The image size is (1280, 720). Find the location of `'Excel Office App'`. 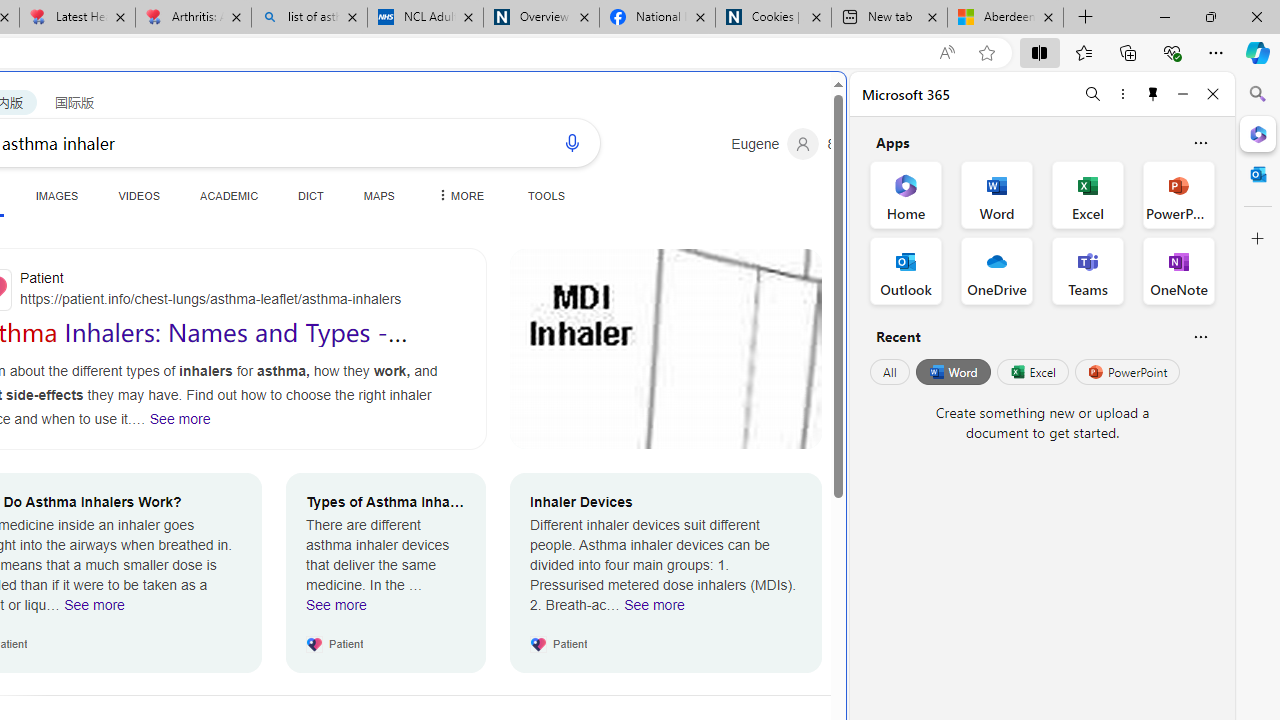

'Excel Office App' is located at coordinates (1087, 195).